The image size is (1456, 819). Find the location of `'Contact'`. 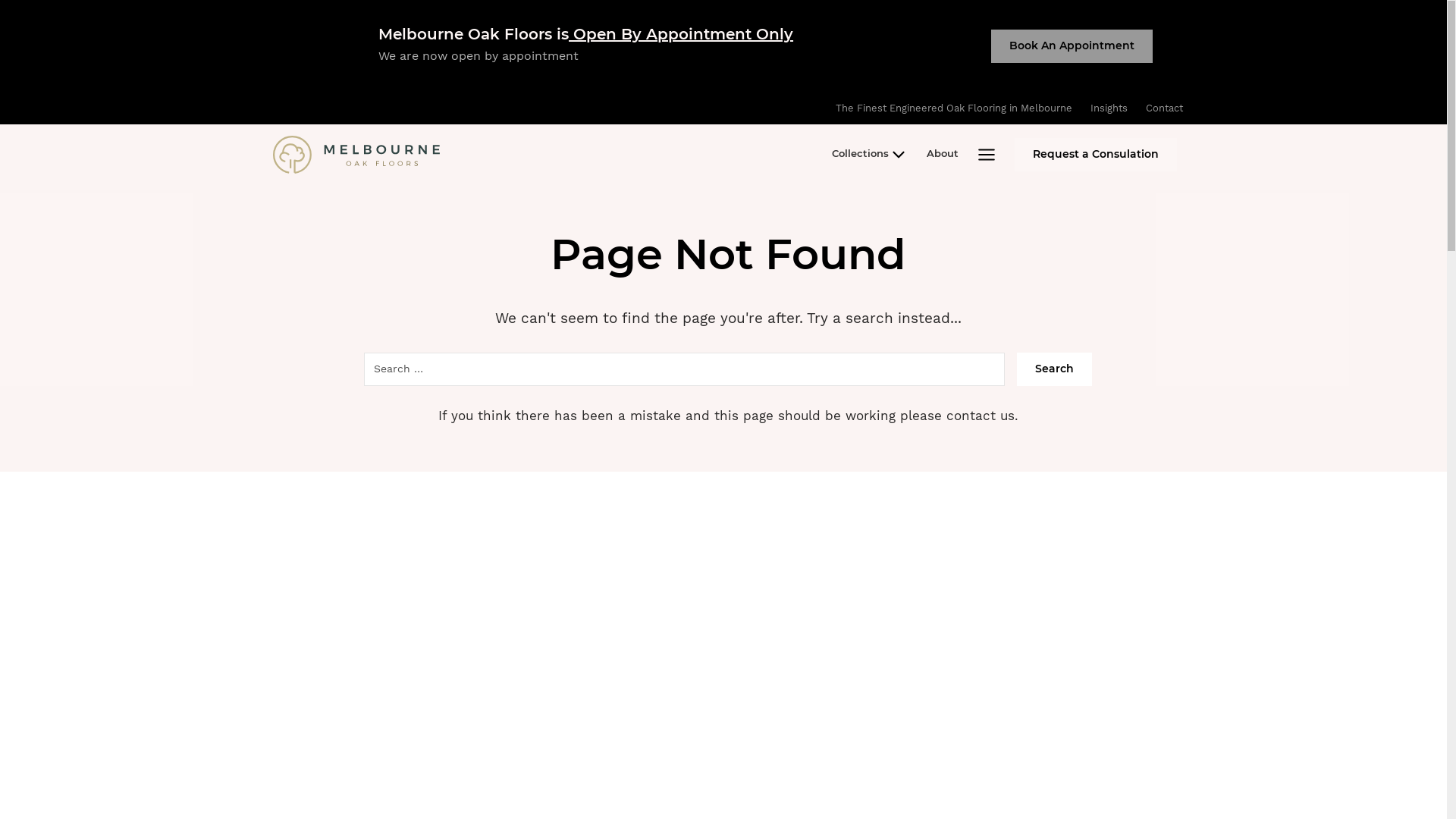

'Contact' is located at coordinates (1136, 107).